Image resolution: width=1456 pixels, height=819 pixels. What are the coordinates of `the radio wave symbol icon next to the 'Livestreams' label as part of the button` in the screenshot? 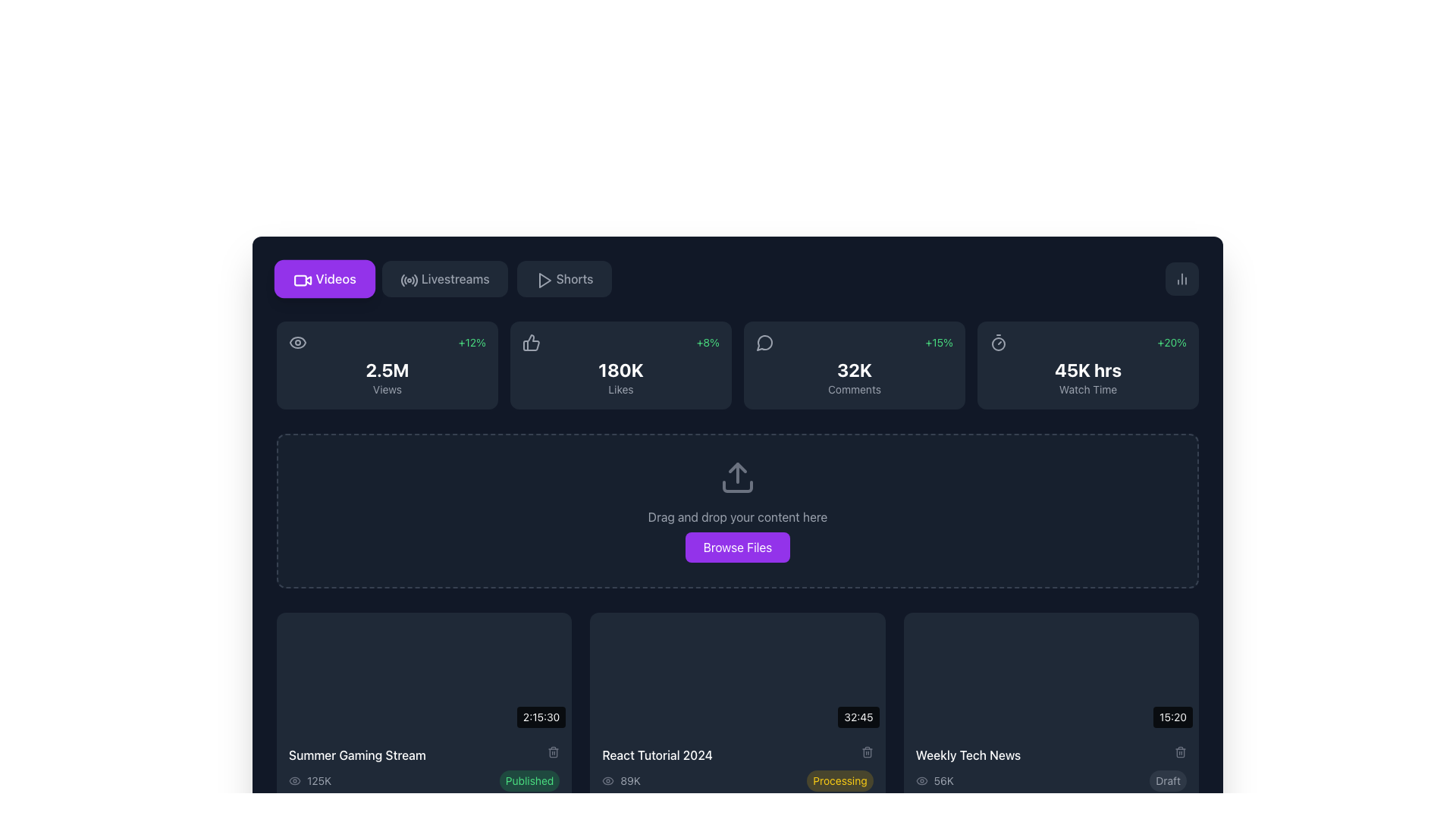 It's located at (407, 278).